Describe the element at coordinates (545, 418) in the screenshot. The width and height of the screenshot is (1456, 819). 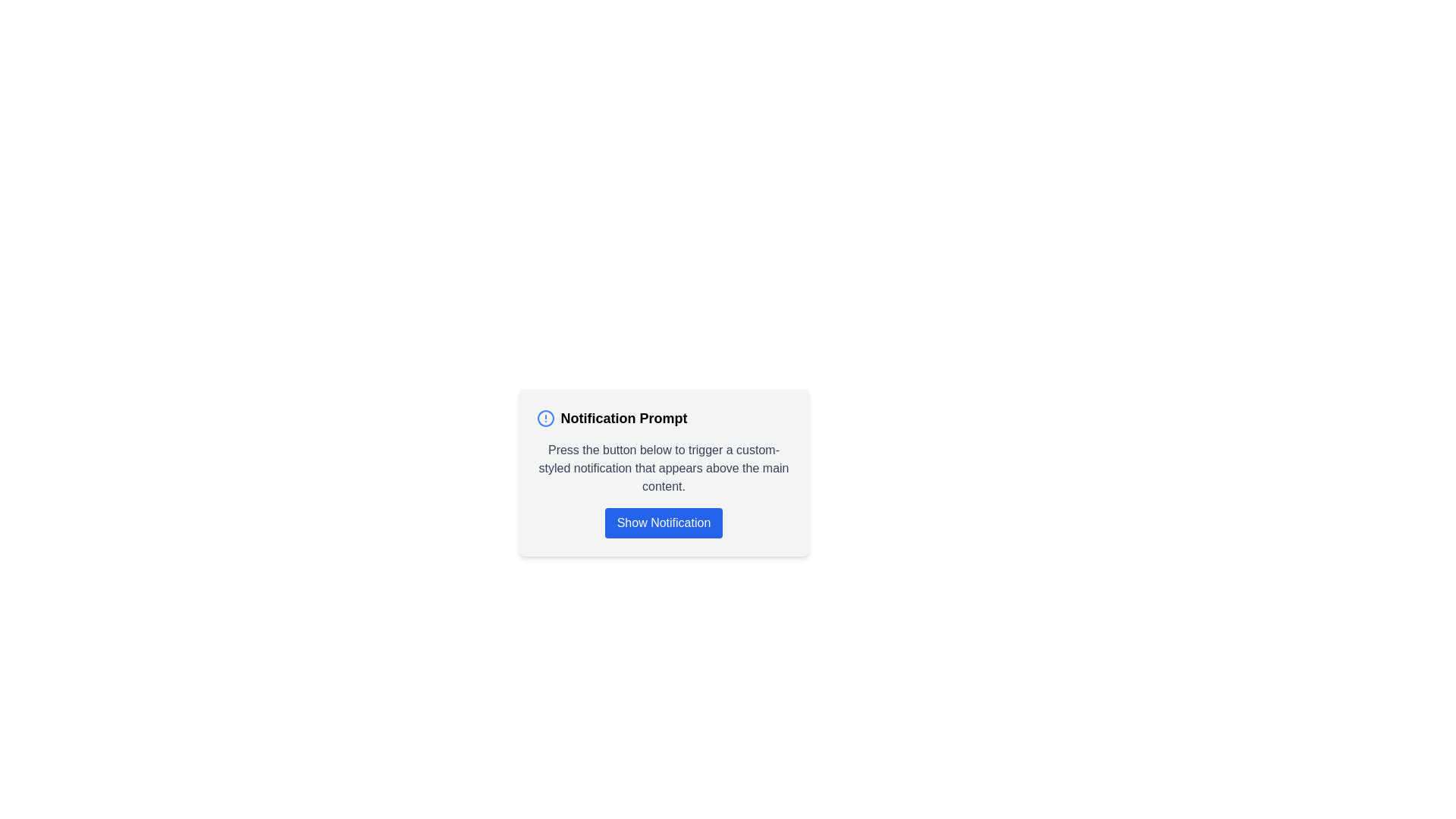
I see `the blue-bordered alert symbol, which is a circular decorative element with a white background, located at the top-left of the notification card` at that location.